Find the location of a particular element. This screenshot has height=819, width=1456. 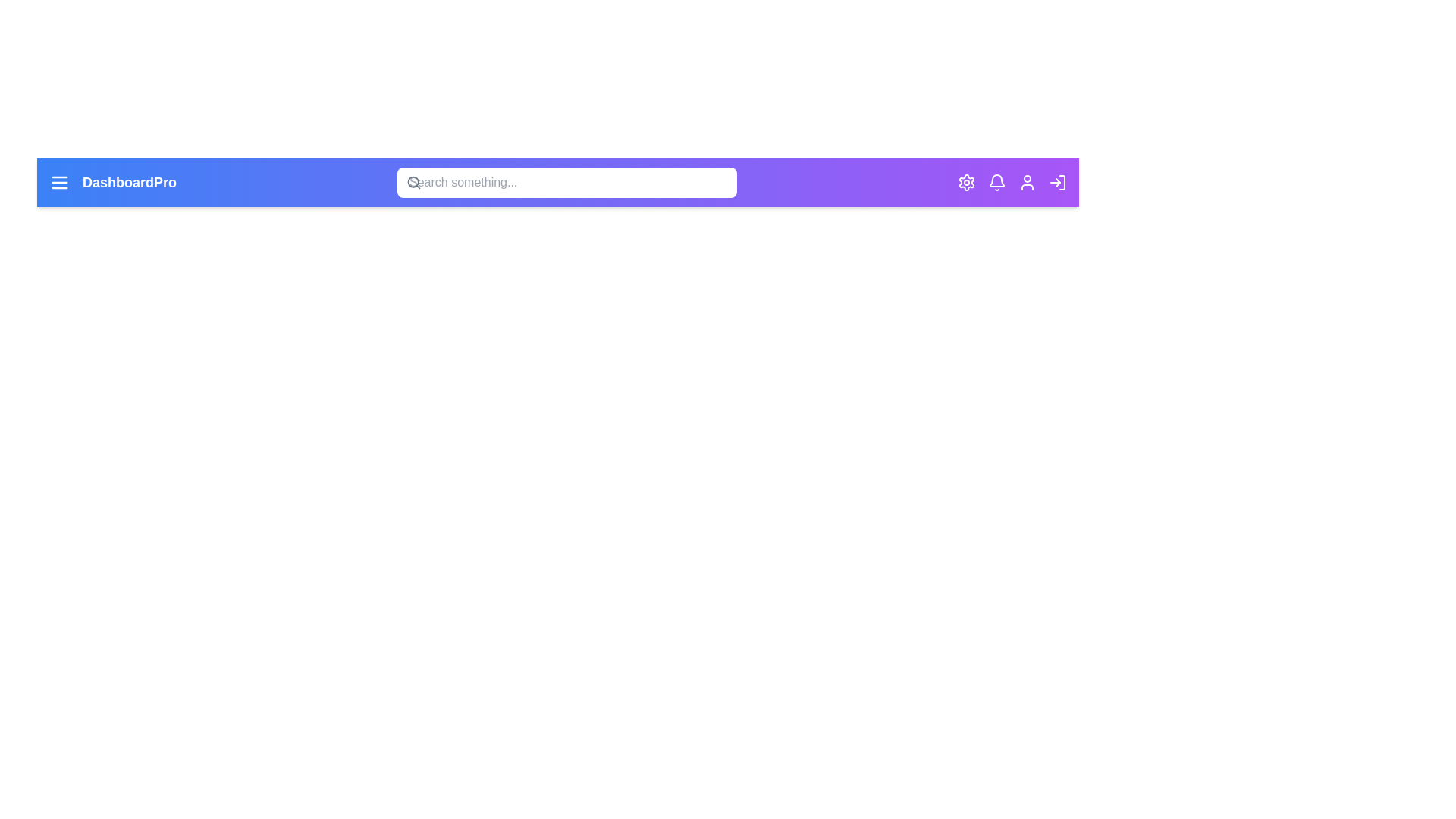

the menu icon to open the navigation drawer is located at coordinates (59, 181).